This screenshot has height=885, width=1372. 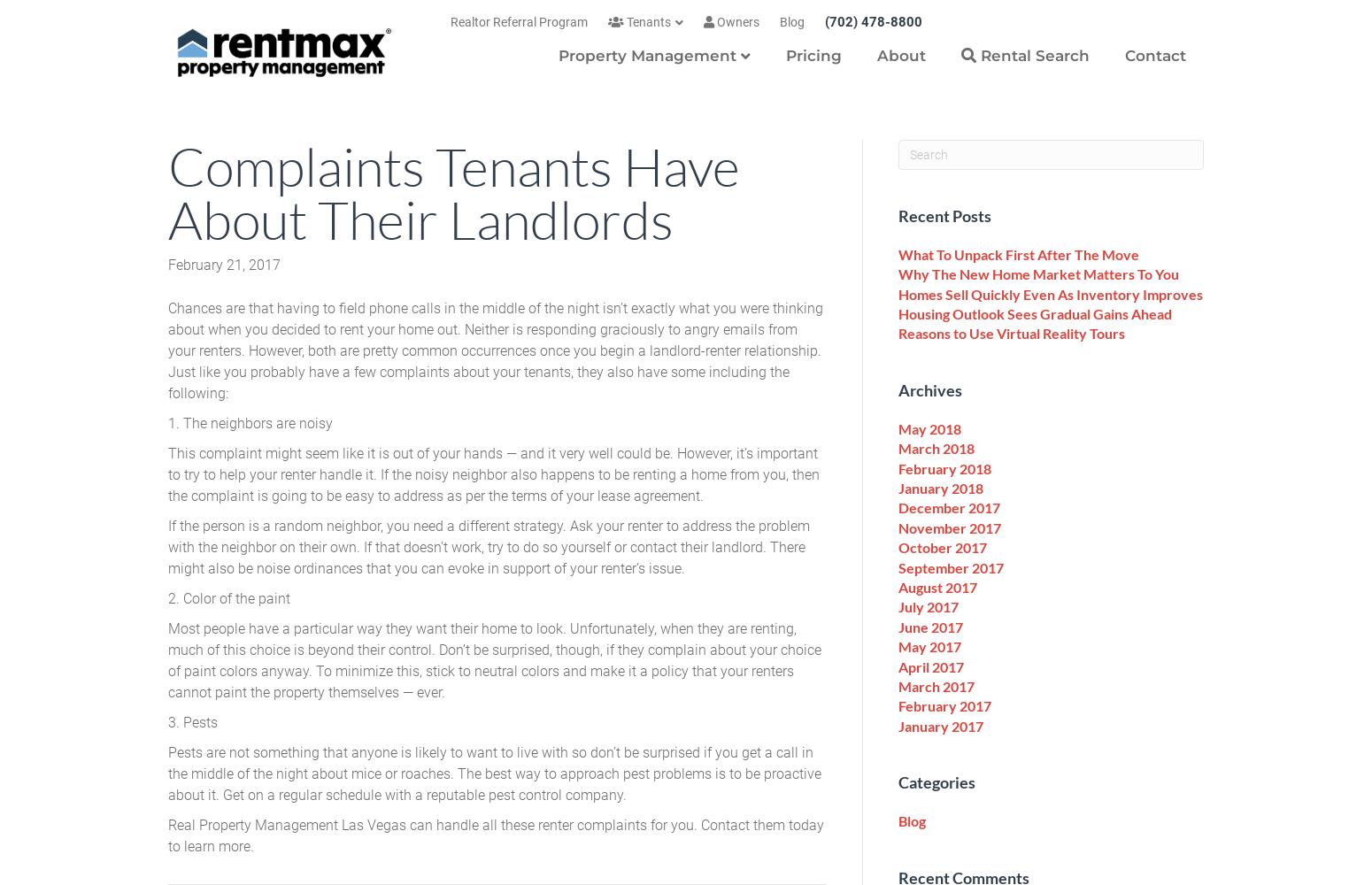 I want to click on 'May 2018', so click(x=898, y=427).